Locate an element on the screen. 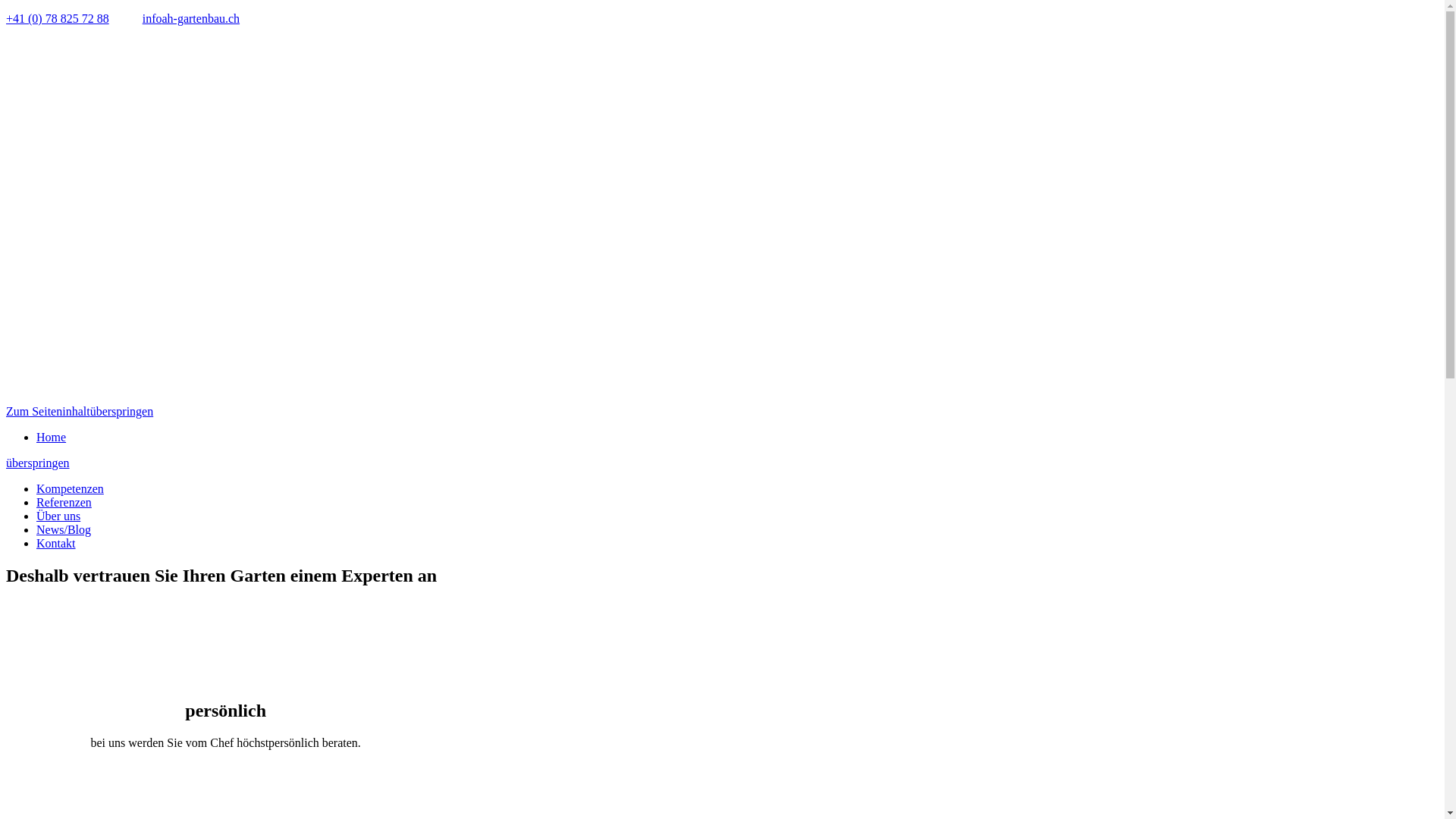  'News/Blog' is located at coordinates (62, 529).